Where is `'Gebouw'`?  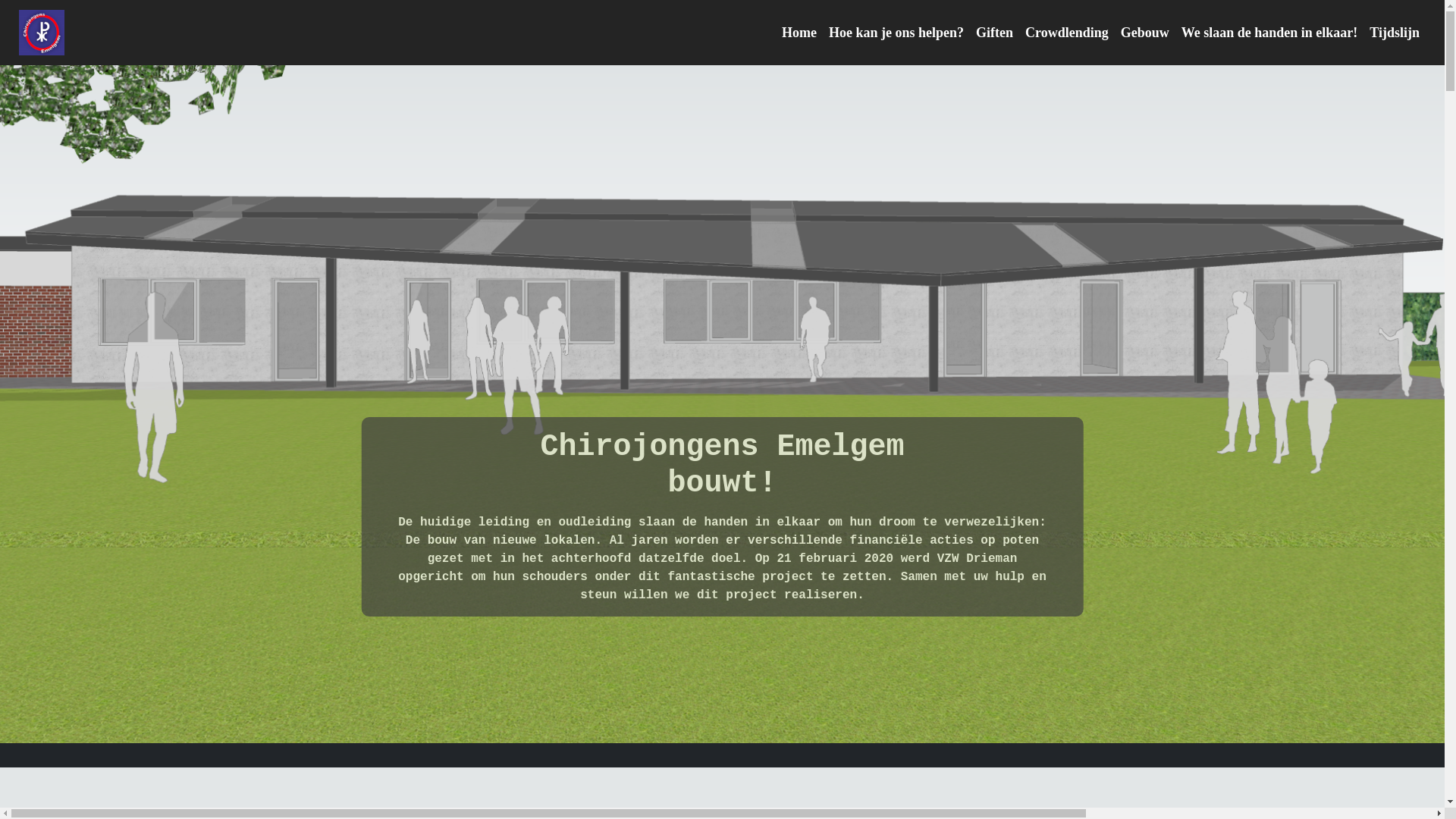 'Gebouw' is located at coordinates (1145, 33).